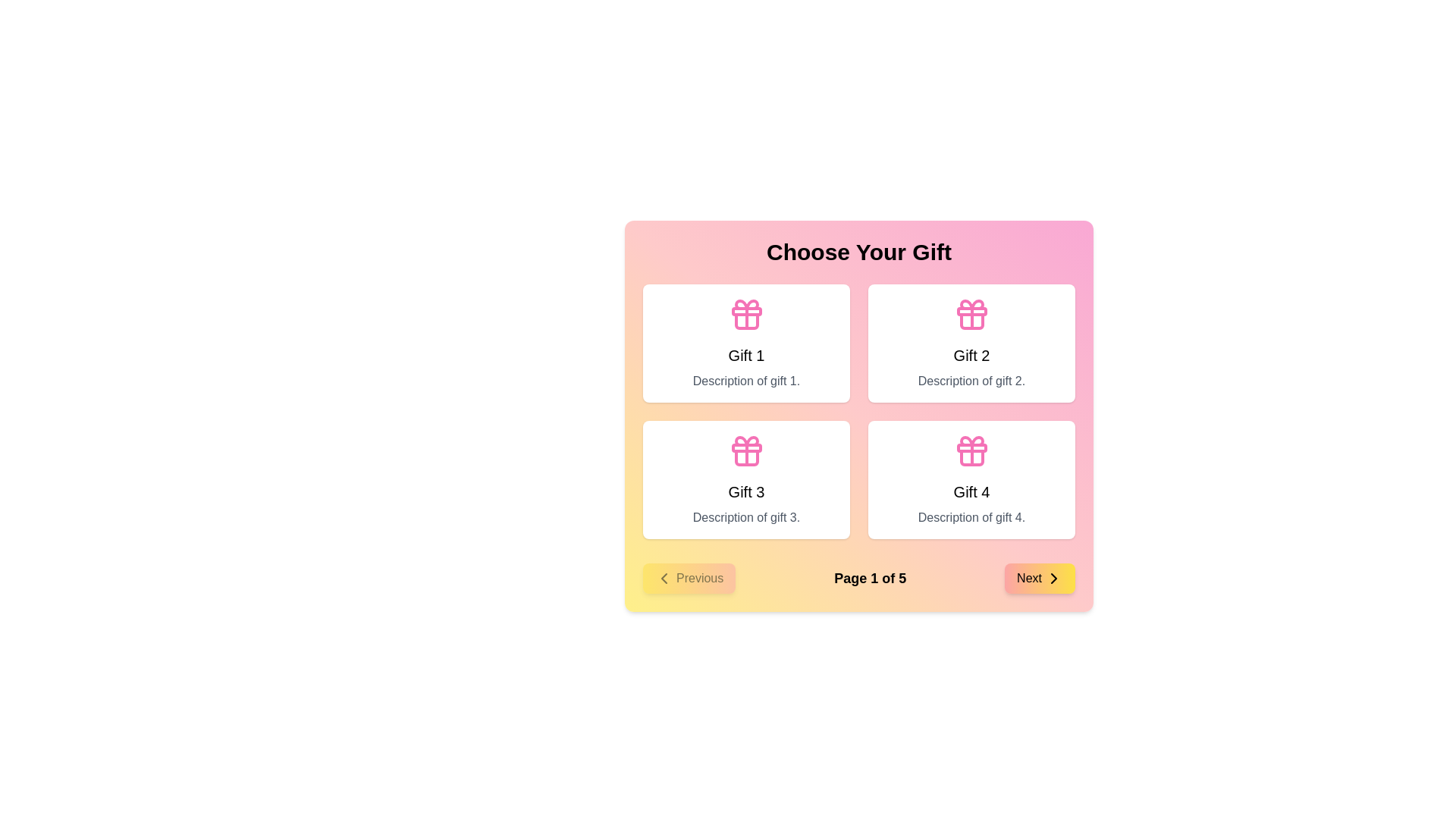 This screenshot has width=1456, height=819. What do you see at coordinates (971, 380) in the screenshot?
I see `text from the Text Label that describes the gift item 'Gift 2', located at the bottom of the card and centered horizontally` at bounding box center [971, 380].